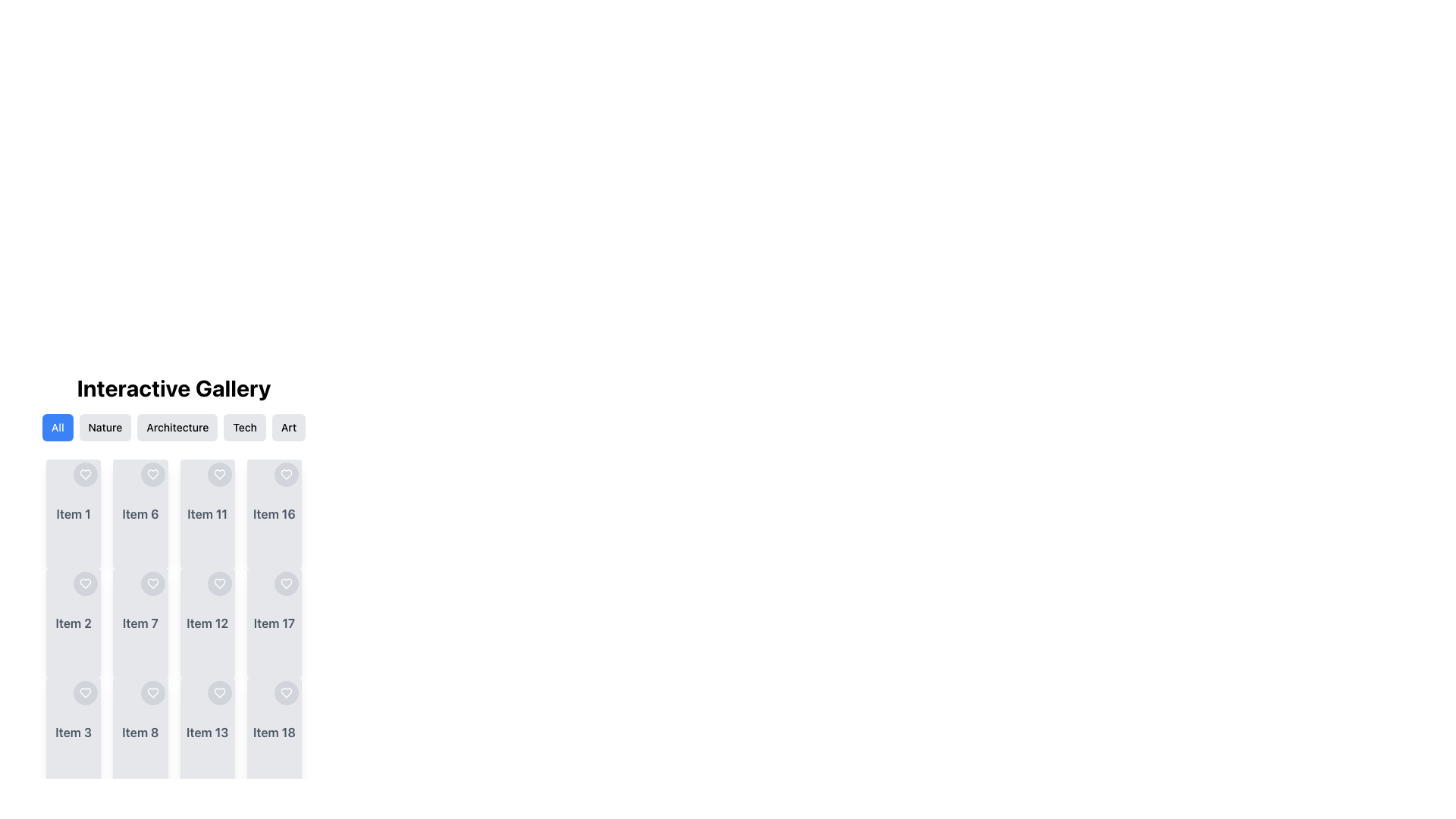  I want to click on the heart-shaped icon in the twelfth grid item to mark the item as liked, so click(218, 583).